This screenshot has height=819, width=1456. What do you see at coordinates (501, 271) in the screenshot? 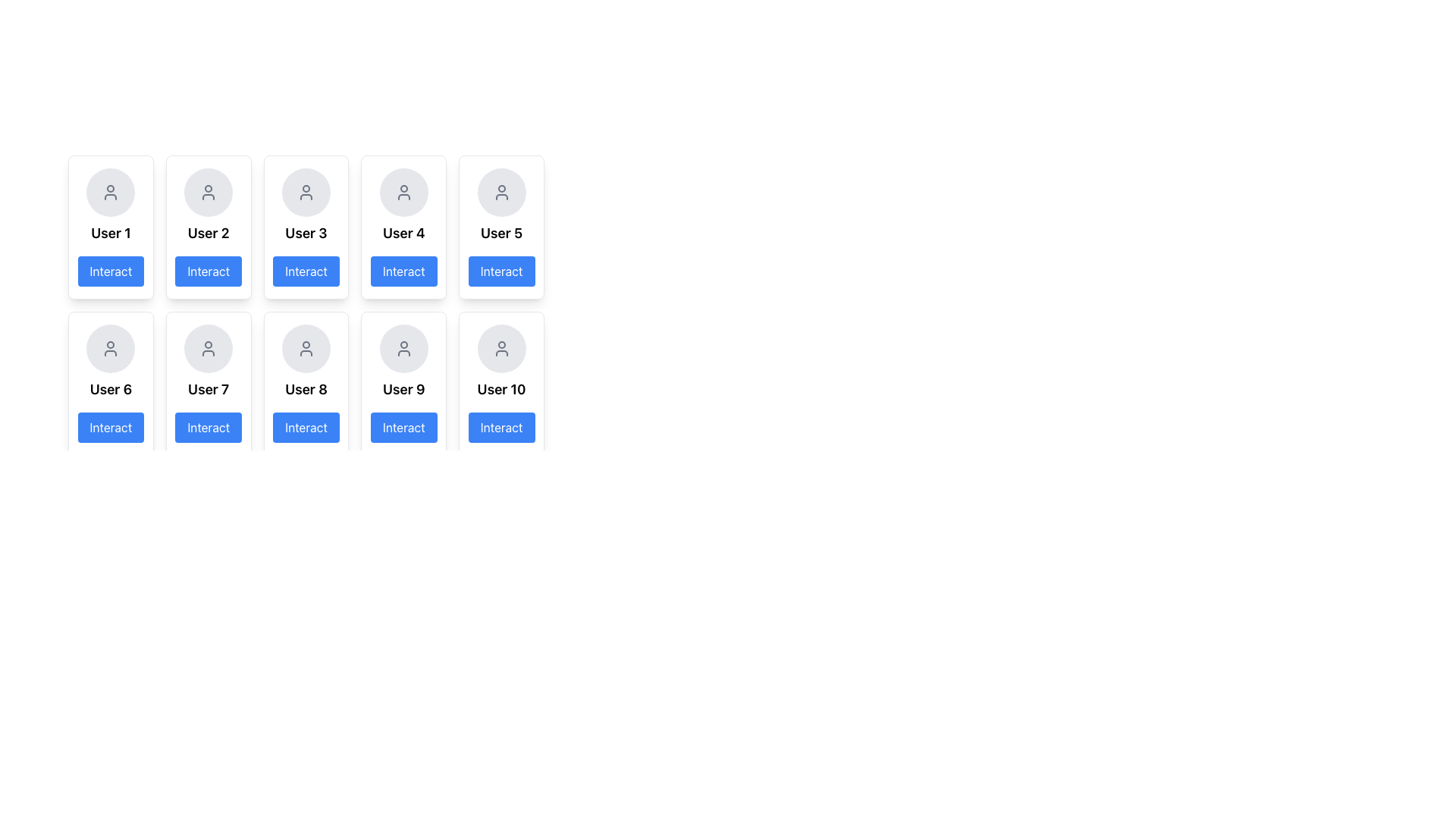
I see `the blue rectangular button labeled 'Interact' located within the card labeled 'User 5' in the lower part of the card` at bounding box center [501, 271].